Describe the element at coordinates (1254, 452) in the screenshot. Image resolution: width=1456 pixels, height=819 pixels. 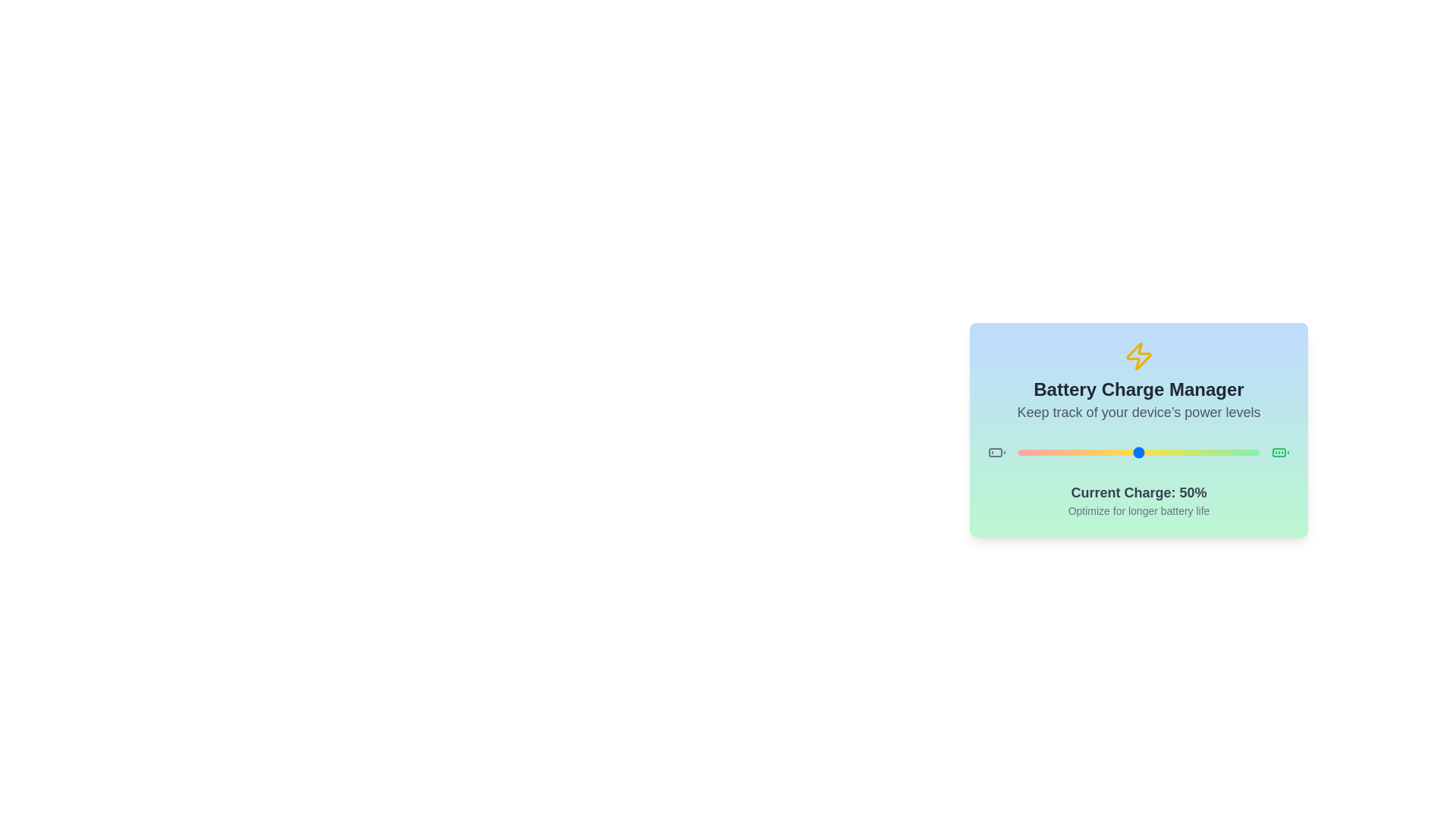
I see `the battery charge level to 98% using the slider` at that location.